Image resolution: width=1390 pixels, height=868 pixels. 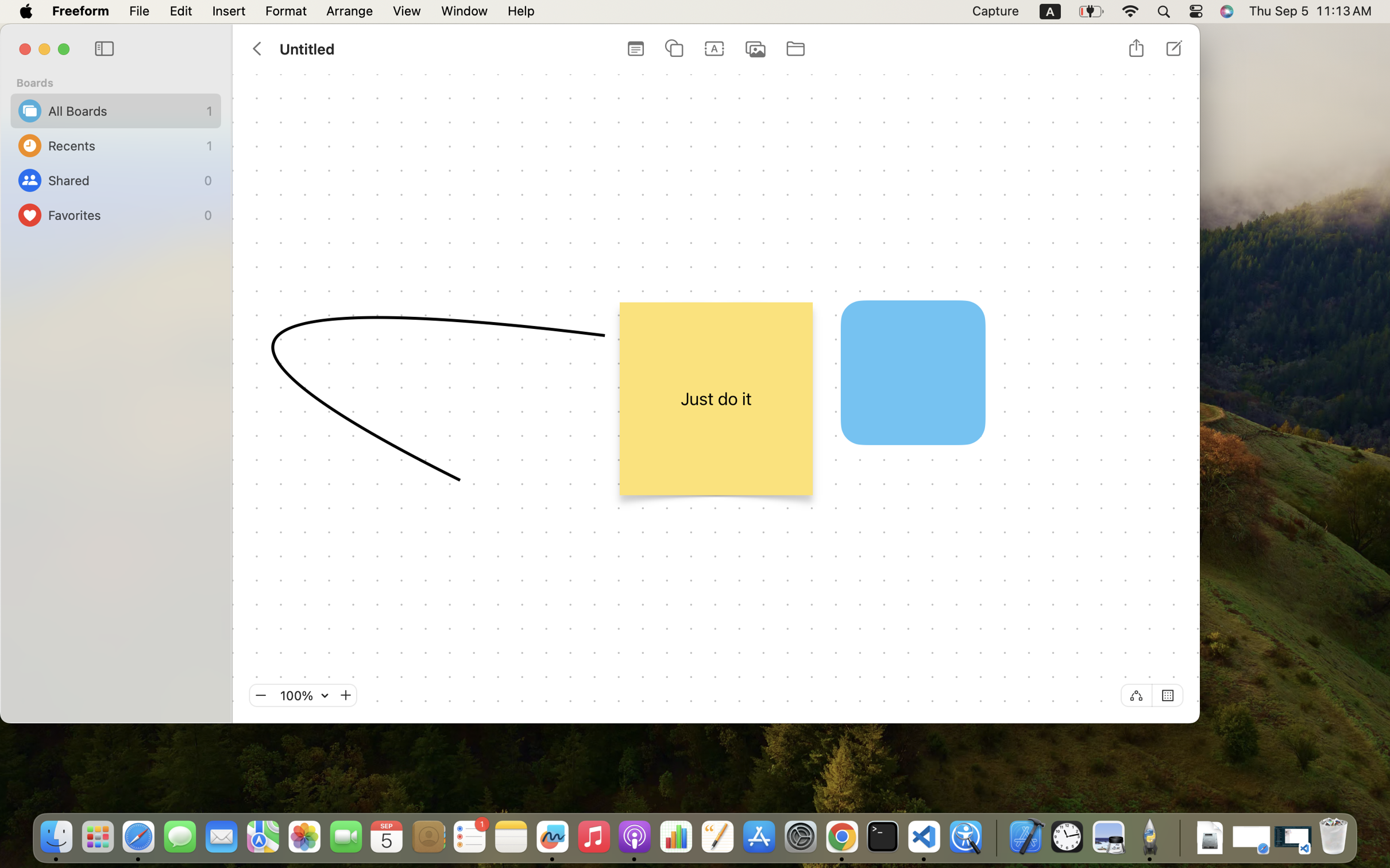 What do you see at coordinates (123, 180) in the screenshot?
I see `'Shared'` at bounding box center [123, 180].